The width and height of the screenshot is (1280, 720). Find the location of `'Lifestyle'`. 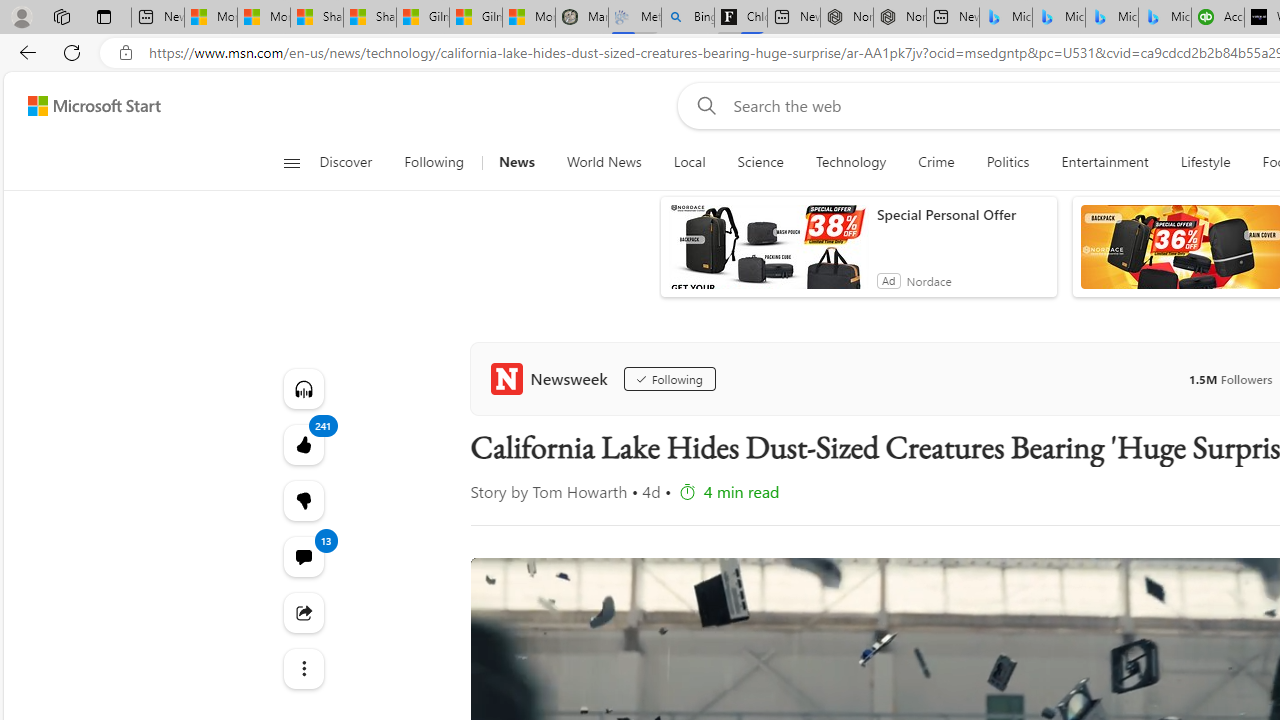

'Lifestyle' is located at coordinates (1204, 162).